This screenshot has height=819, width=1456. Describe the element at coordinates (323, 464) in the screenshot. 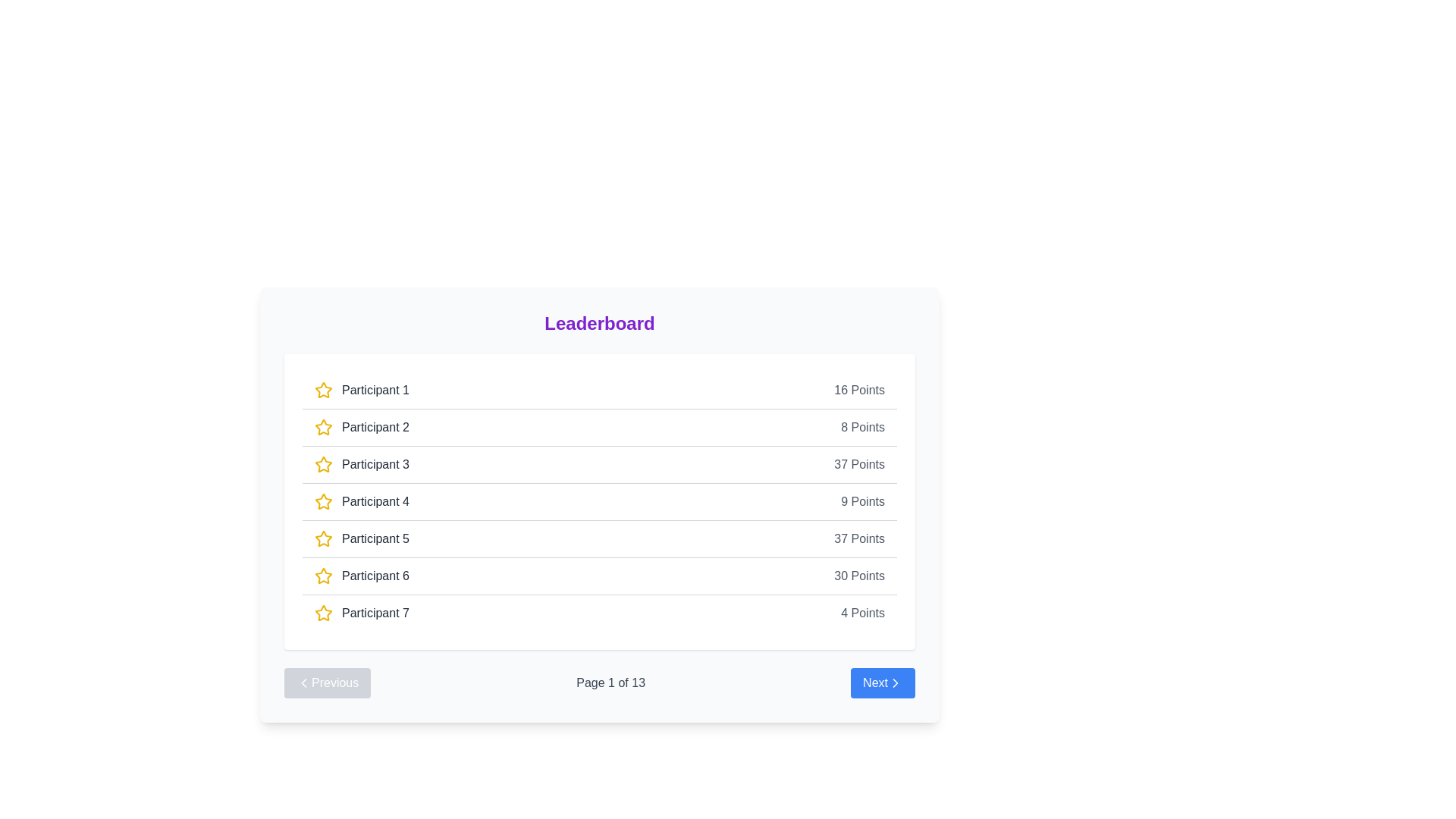

I see `the visual state of the star icon indicating the status or rating of 'Participant 3' on the leaderboard, located to the left of the participant's name` at that location.